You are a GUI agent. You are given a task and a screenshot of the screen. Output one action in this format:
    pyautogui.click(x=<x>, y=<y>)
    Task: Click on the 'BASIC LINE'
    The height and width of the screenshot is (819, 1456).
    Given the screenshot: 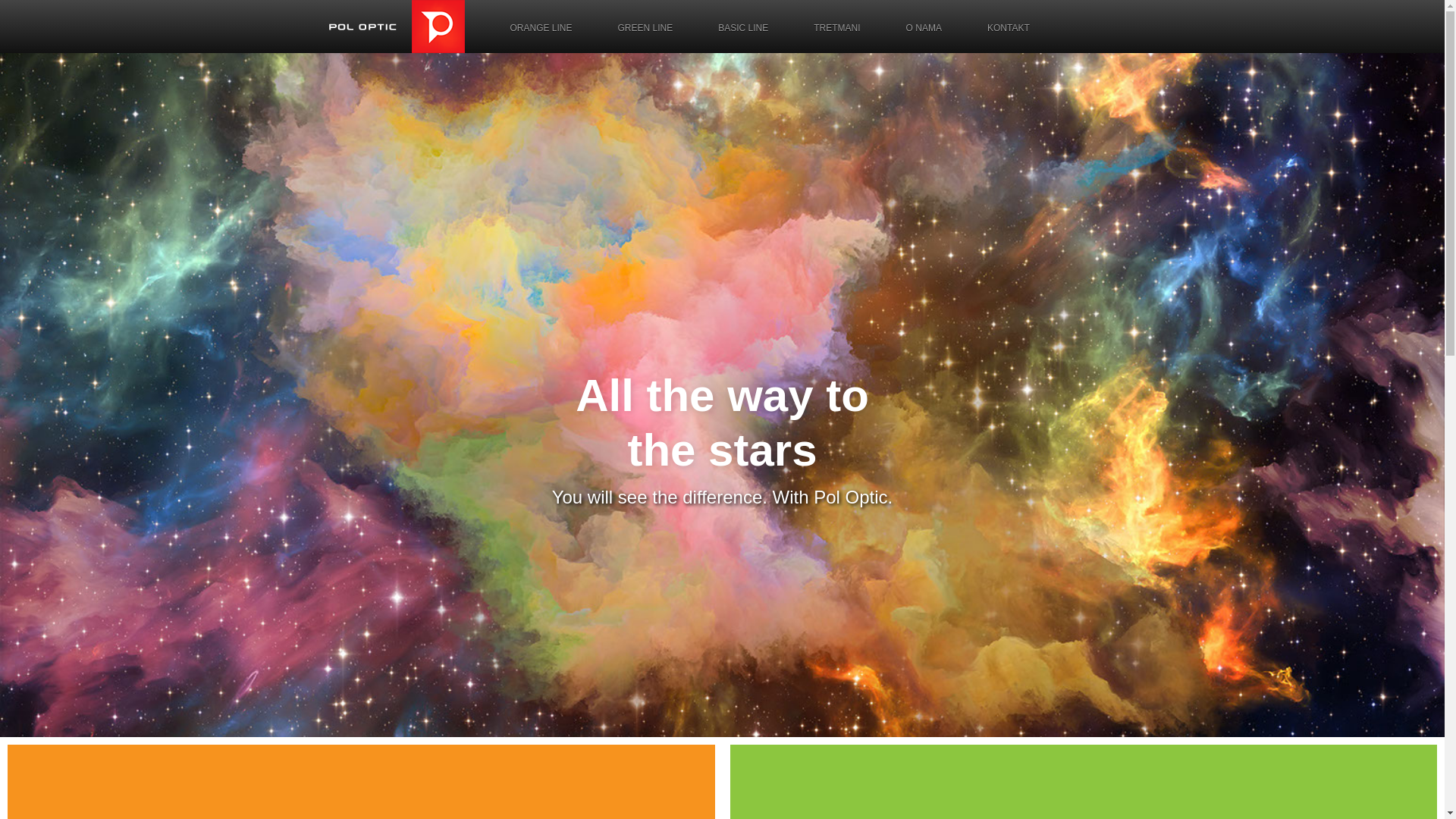 What is the action you would take?
    pyautogui.click(x=742, y=28)
    